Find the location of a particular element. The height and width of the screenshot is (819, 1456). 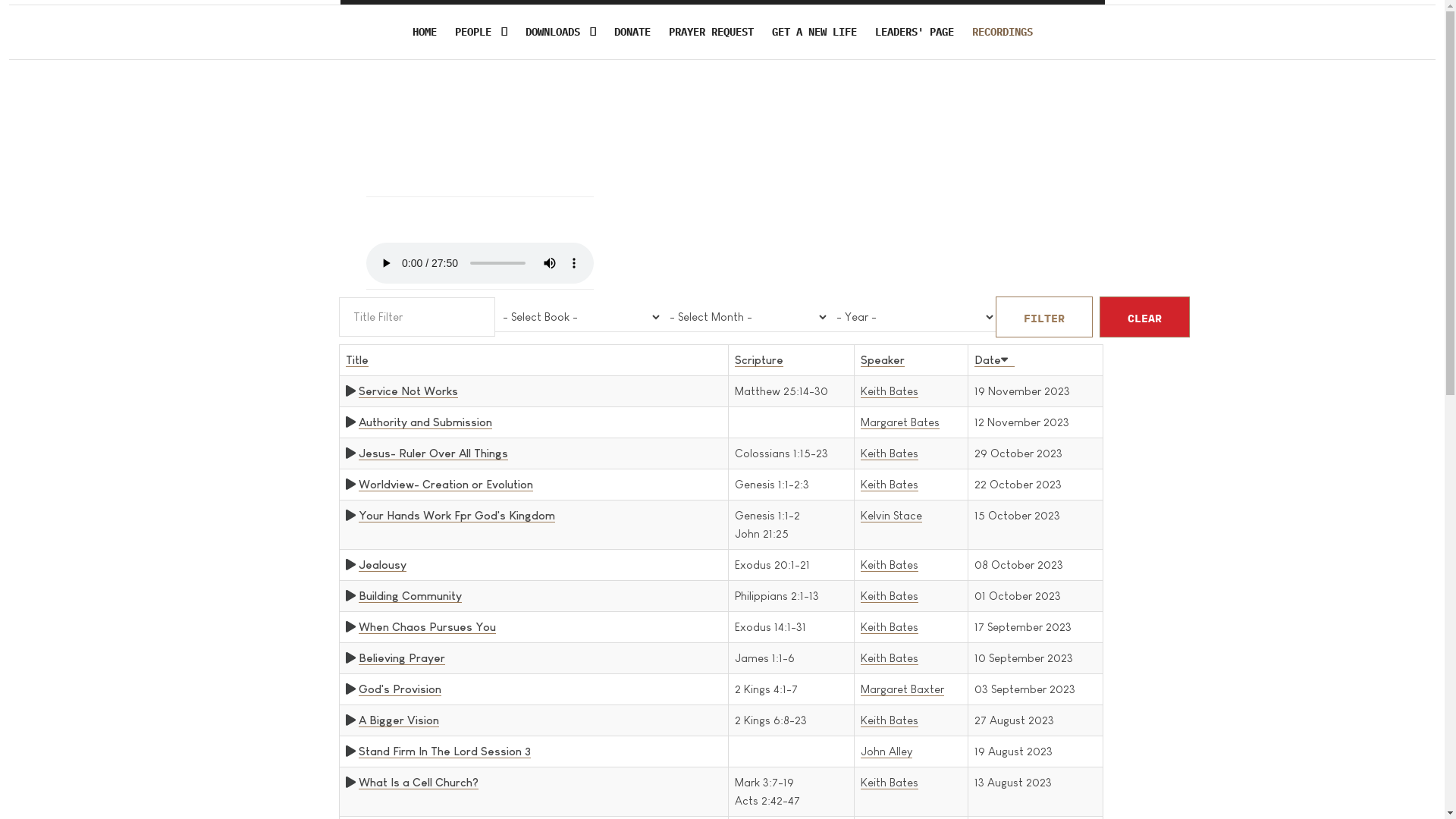

'When Chaos Pursues You' is located at coordinates (356, 626).